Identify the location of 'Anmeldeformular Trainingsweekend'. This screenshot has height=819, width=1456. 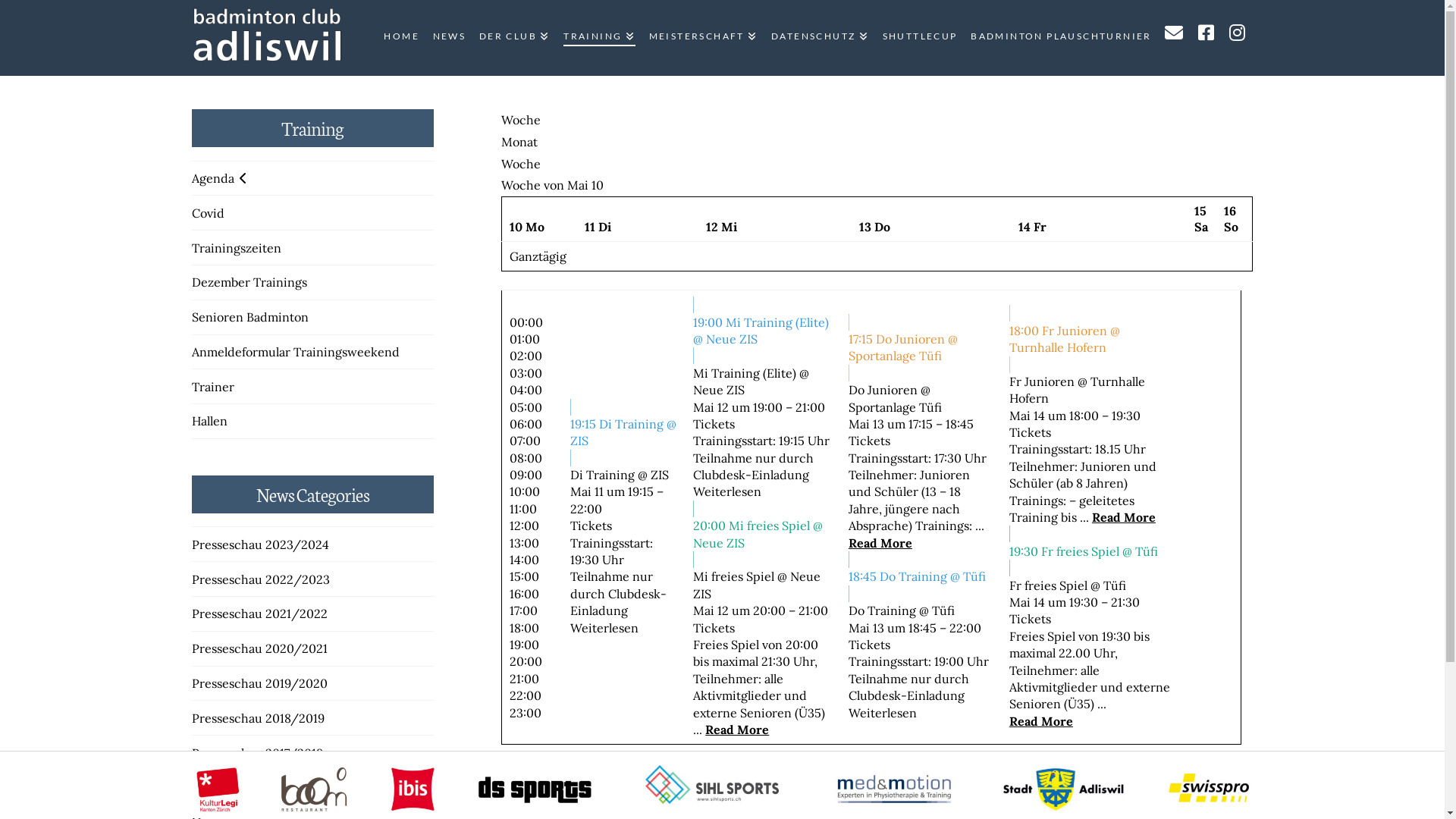
(294, 351).